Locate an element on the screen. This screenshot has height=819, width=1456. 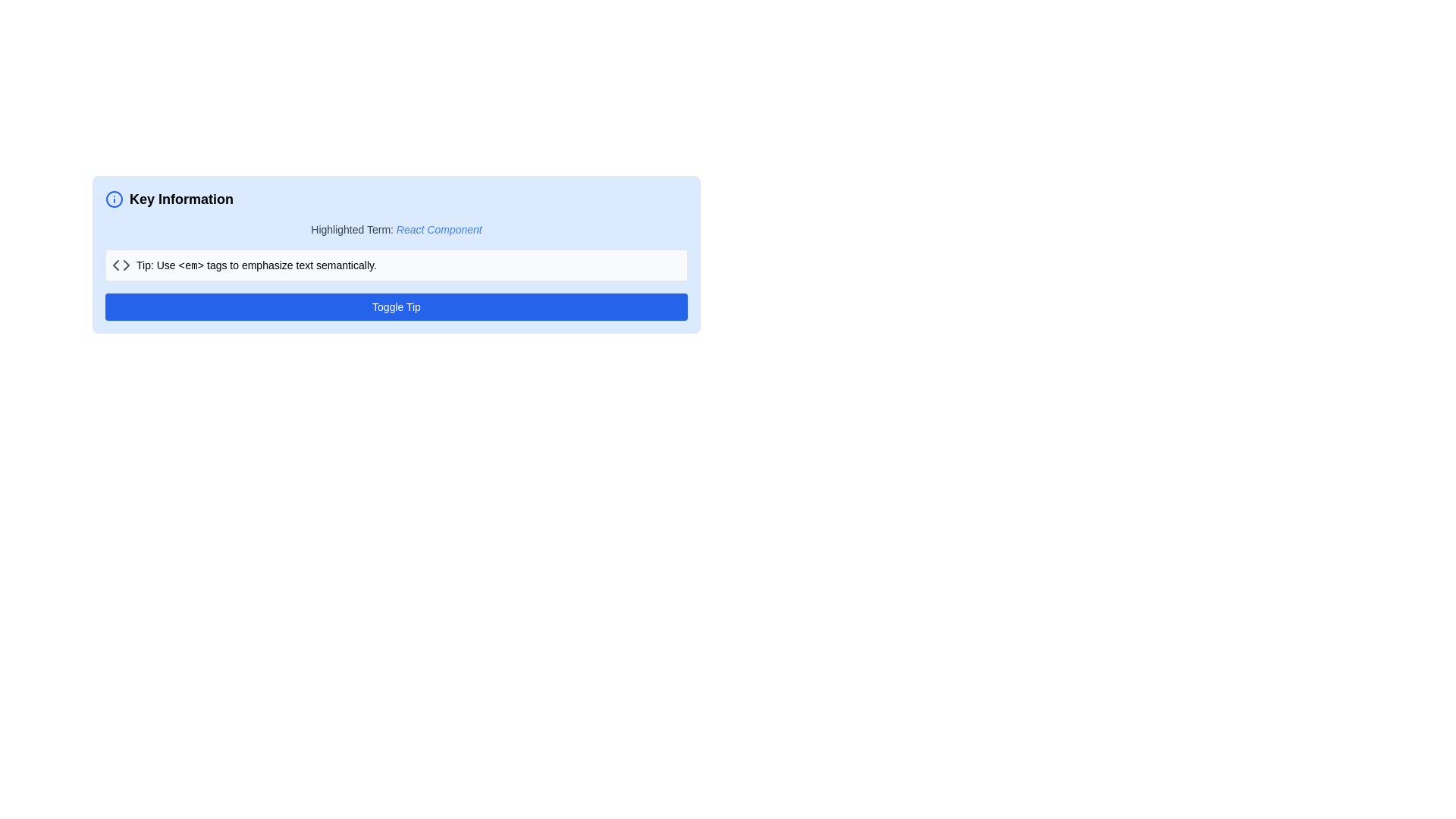
the circular blue outlined information icon located in the top-left corner of the 'Key Information' section, preceding the section title 'Key Information' is located at coordinates (113, 198).